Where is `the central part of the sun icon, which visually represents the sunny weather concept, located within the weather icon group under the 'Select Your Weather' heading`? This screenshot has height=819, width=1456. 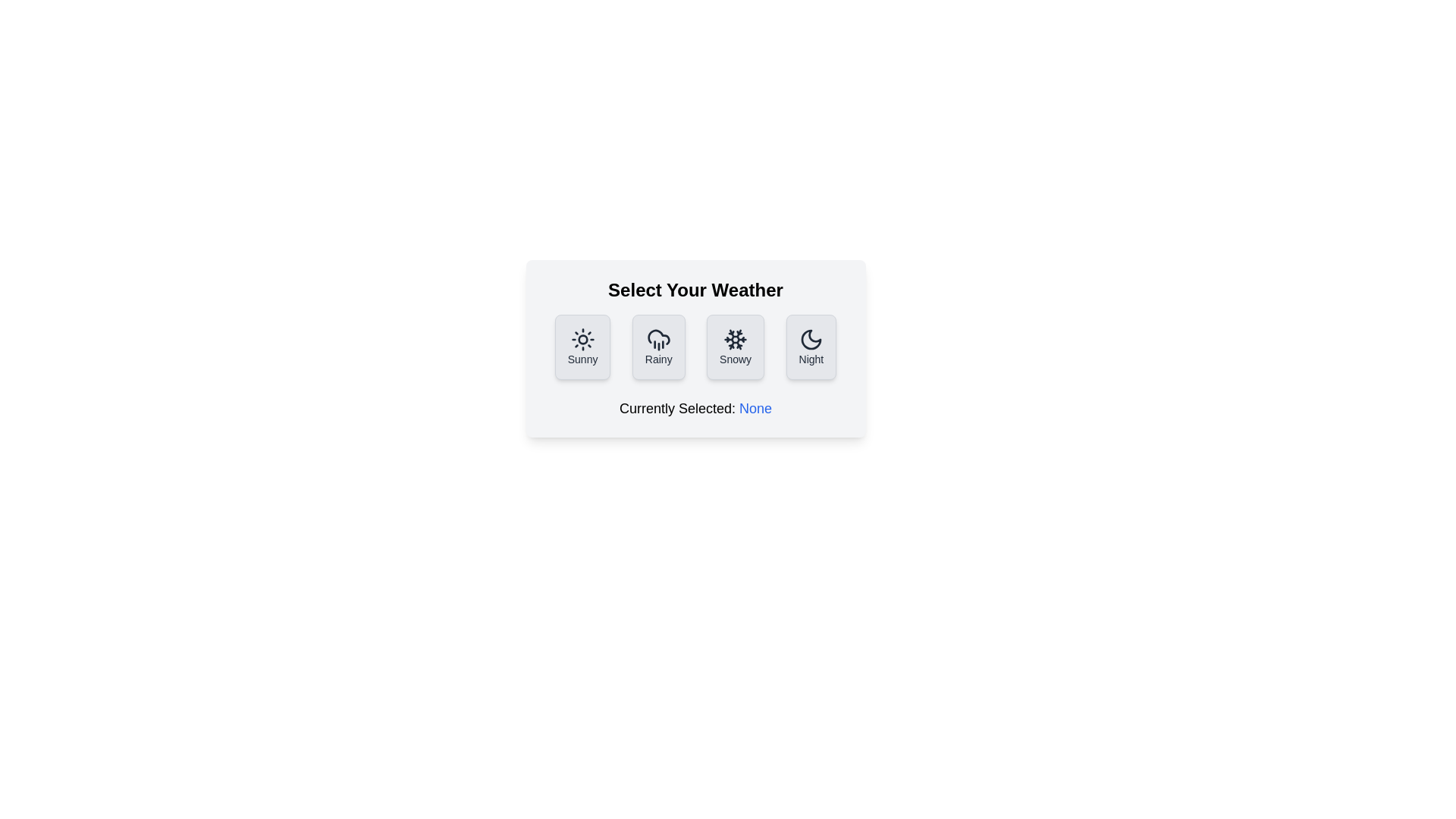 the central part of the sun icon, which visually represents the sunny weather concept, located within the weather icon group under the 'Select Your Weather' heading is located at coordinates (582, 338).